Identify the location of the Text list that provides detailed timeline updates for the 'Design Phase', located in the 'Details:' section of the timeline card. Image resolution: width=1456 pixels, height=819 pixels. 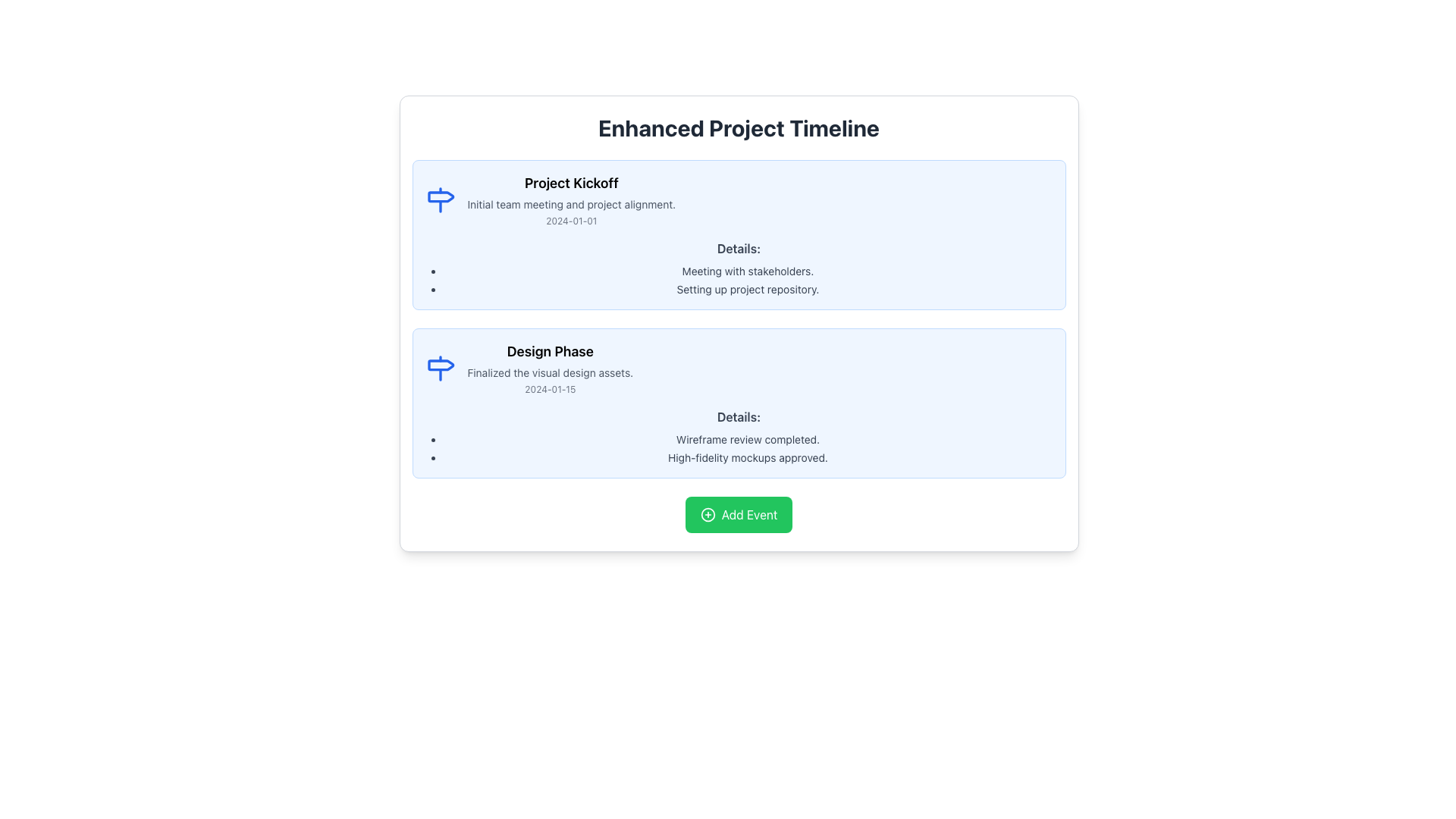
(739, 447).